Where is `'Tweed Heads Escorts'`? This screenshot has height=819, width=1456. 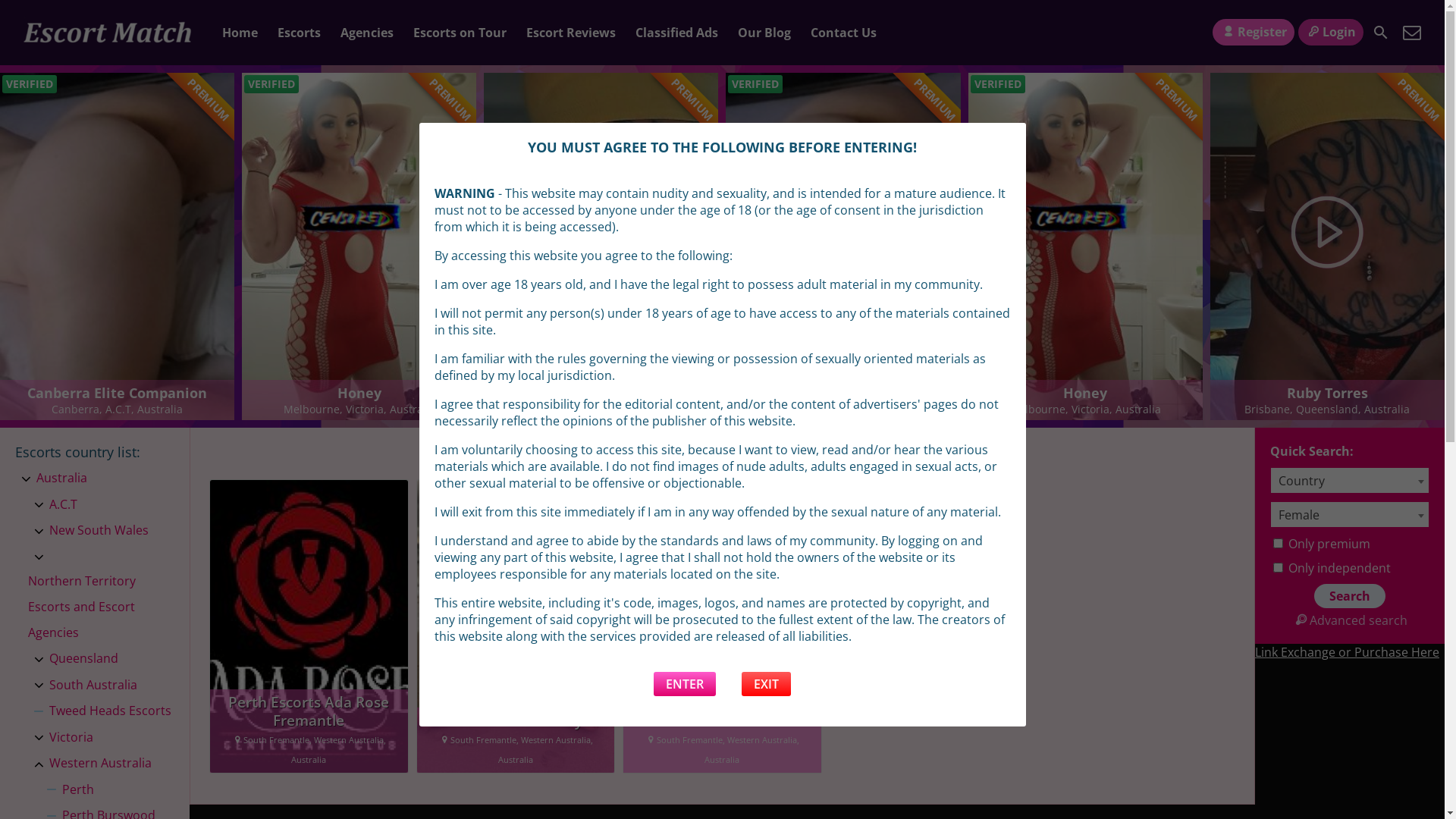 'Tweed Heads Escorts' is located at coordinates (109, 711).